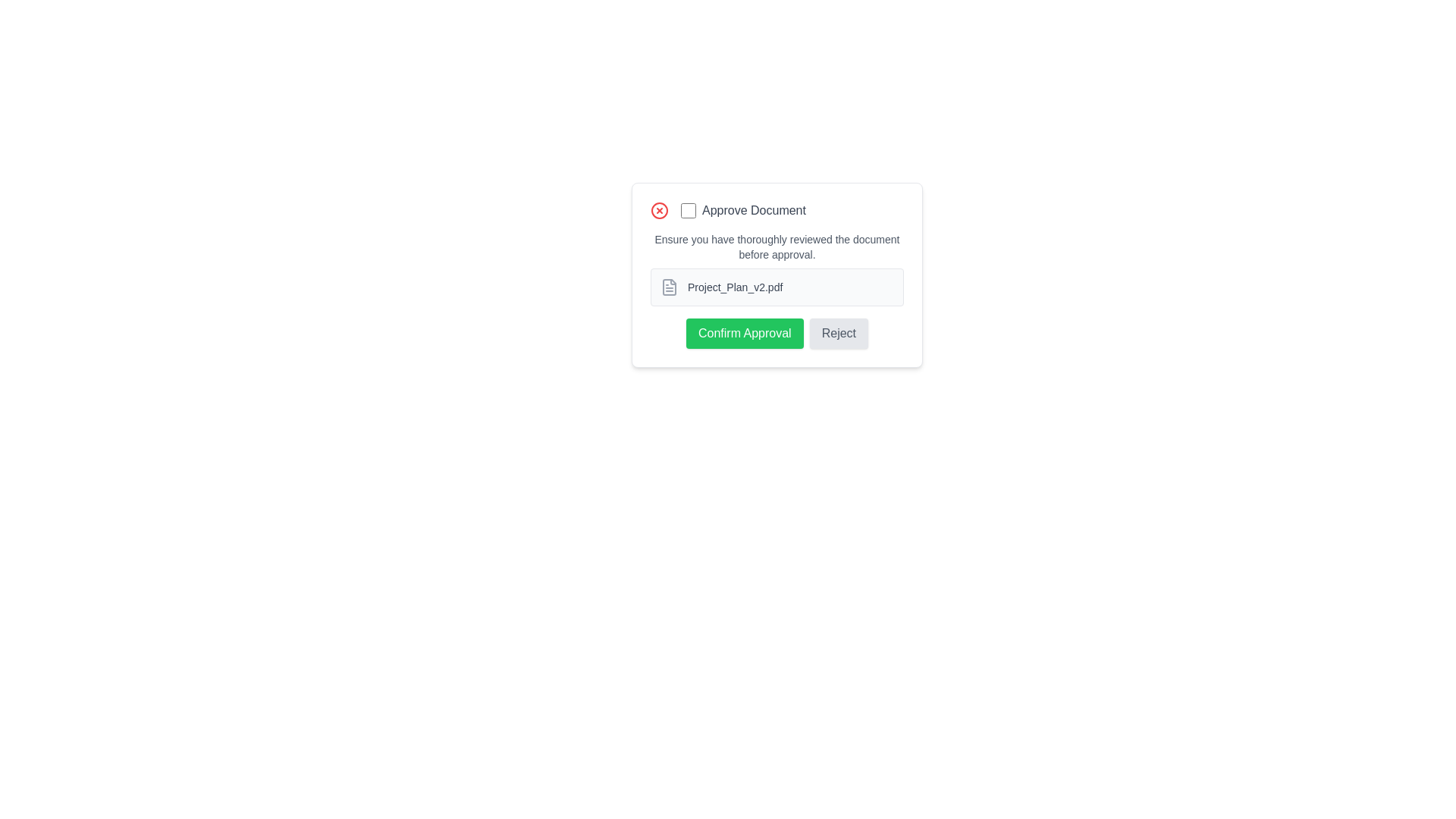  What do you see at coordinates (837, 332) in the screenshot?
I see `the rectangular 'Reject' button with dark gray text and light gray background` at bounding box center [837, 332].